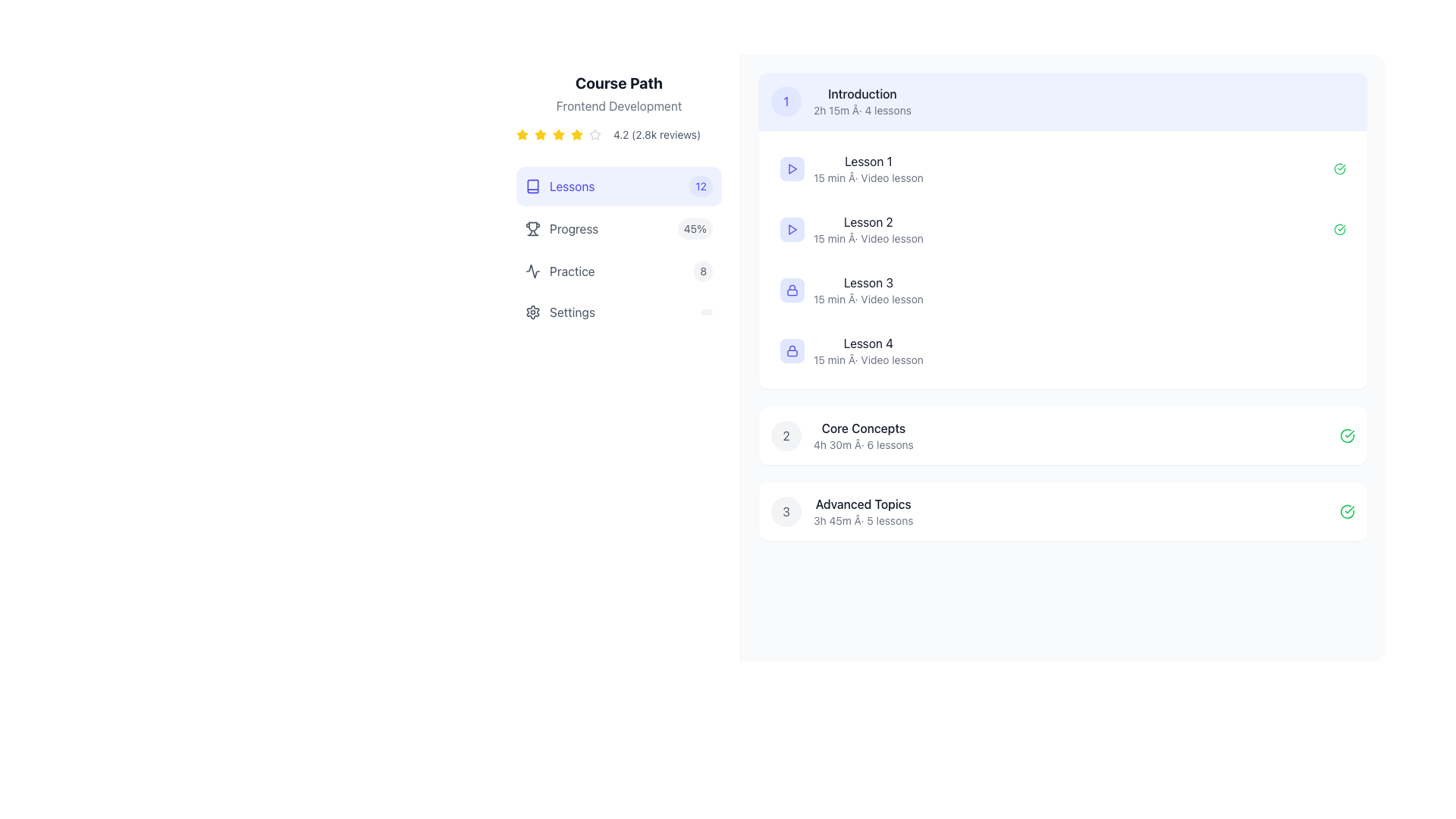 The width and height of the screenshot is (1456, 819). I want to click on the status icon located at the rightmost side of the row representing the 'Advanced Topics' section to indicate its completion or availability, so click(1347, 512).